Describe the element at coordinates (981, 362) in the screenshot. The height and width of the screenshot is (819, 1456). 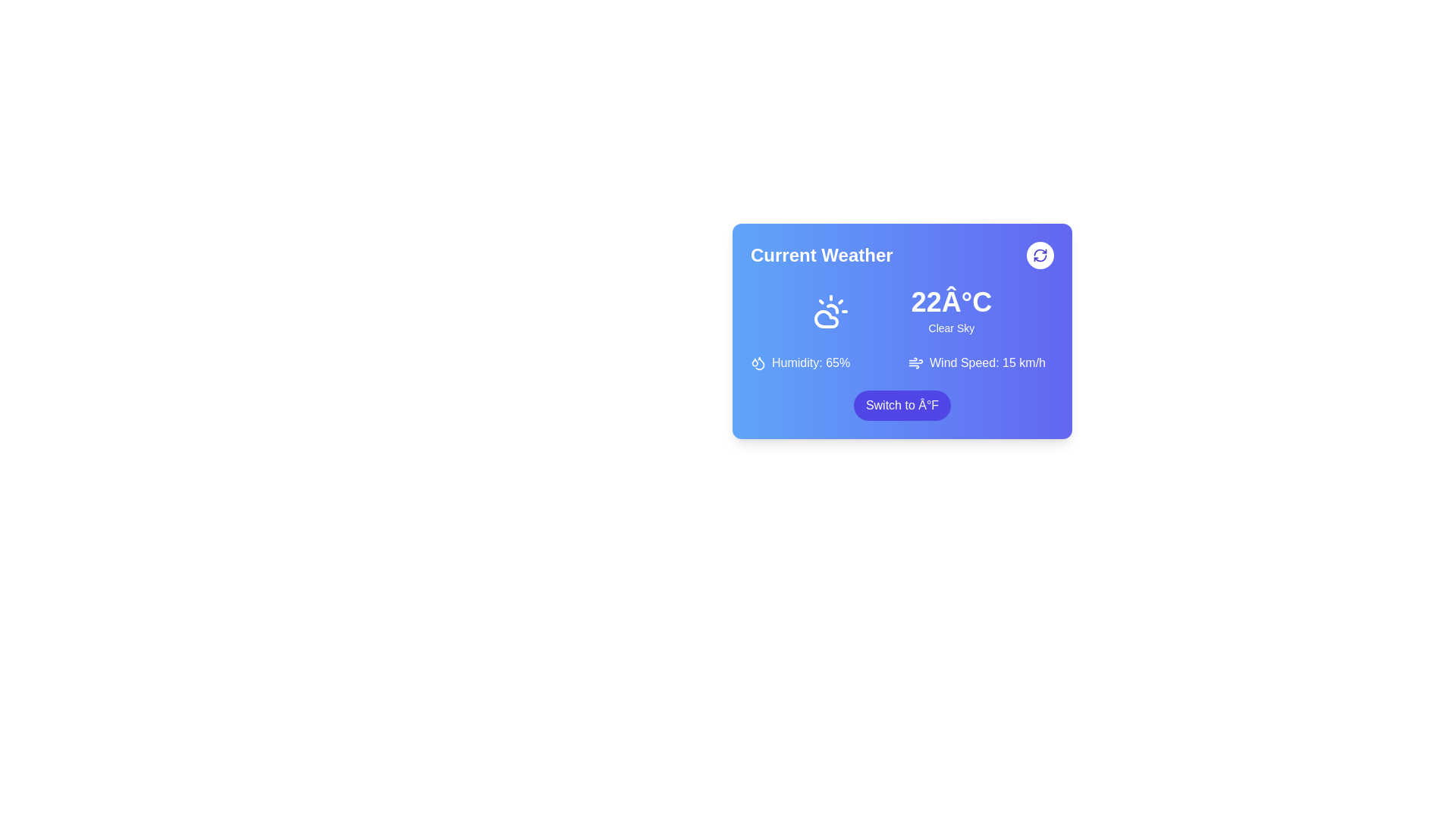
I see `the Text Label with Icon displaying 'Wind Speed: 15 km/h', which is located in the lower-right quadrant of the card, below the temperature display and next to the humidity indicator` at that location.